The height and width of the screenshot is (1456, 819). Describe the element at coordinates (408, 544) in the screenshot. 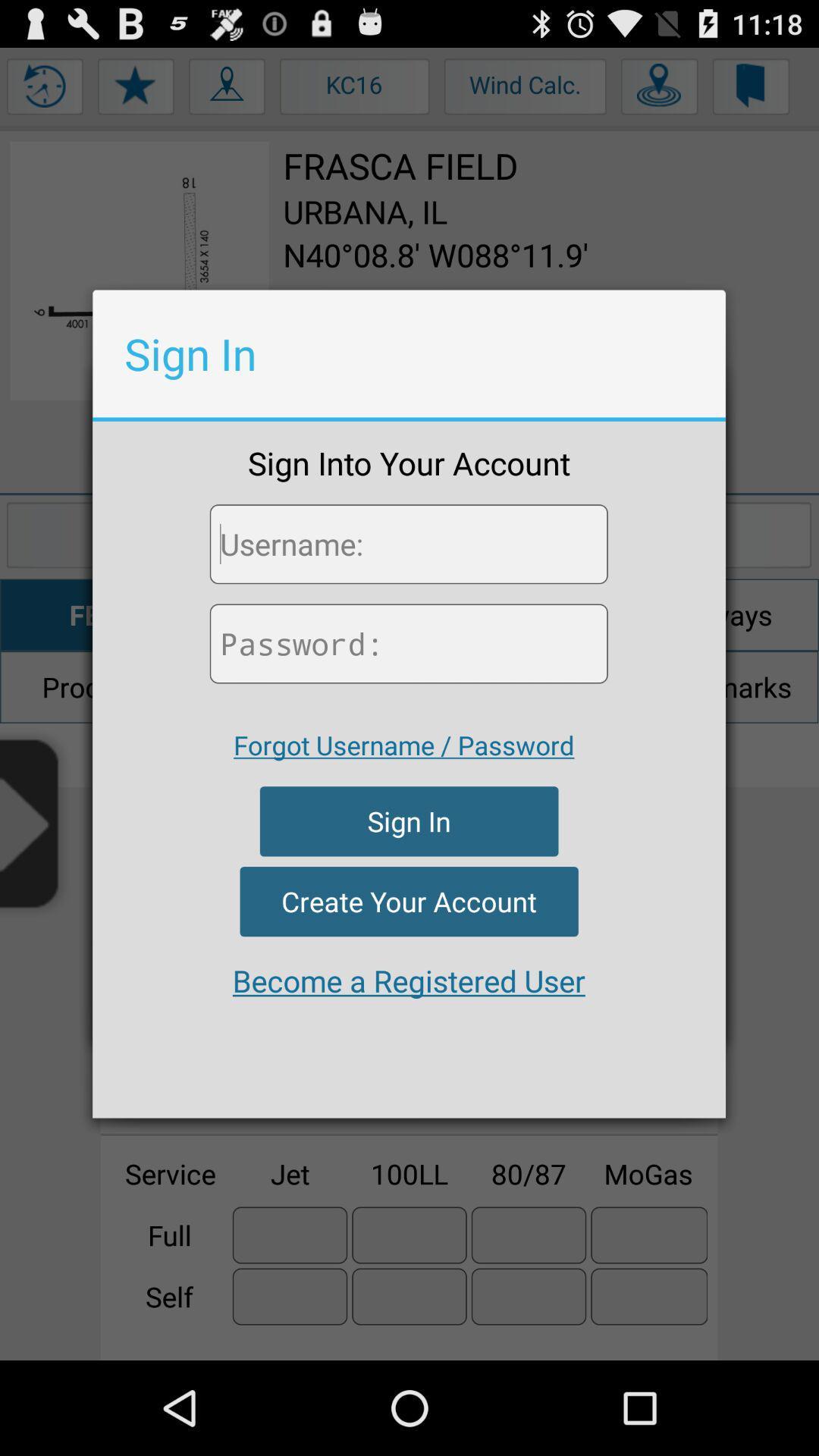

I see `your username to login` at that location.